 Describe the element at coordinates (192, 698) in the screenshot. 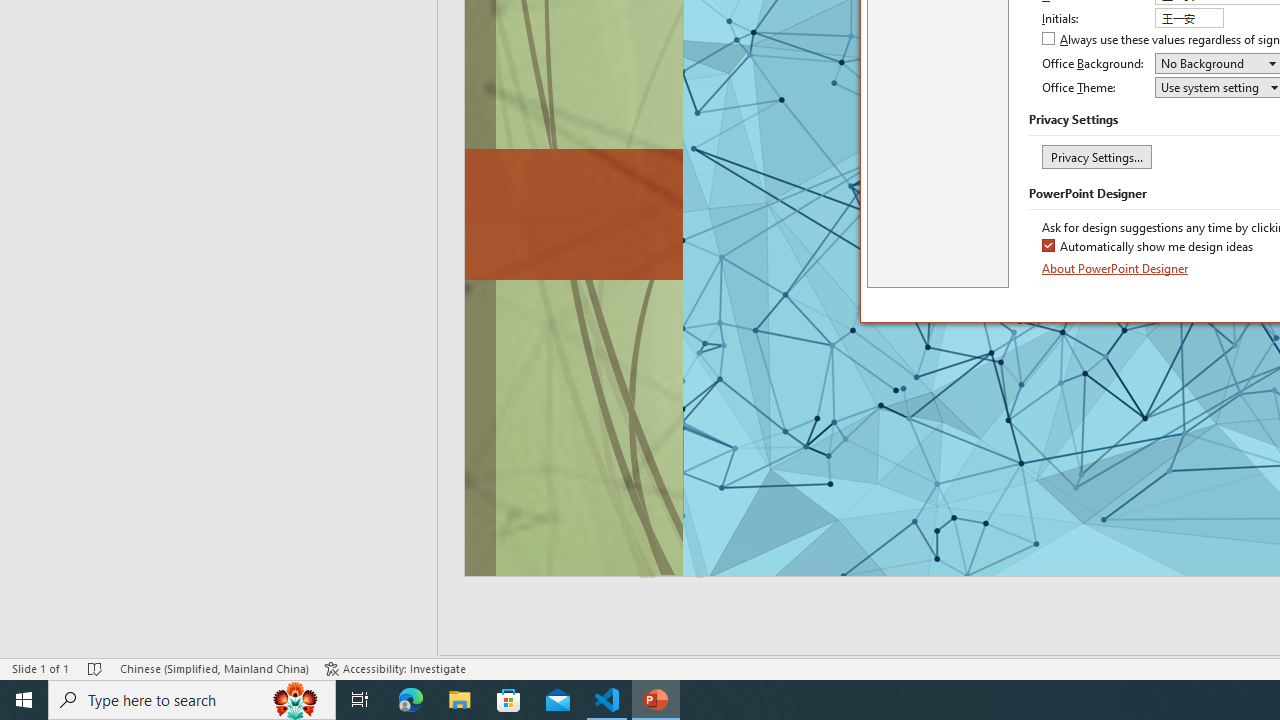

I see `'Type here to search'` at that location.